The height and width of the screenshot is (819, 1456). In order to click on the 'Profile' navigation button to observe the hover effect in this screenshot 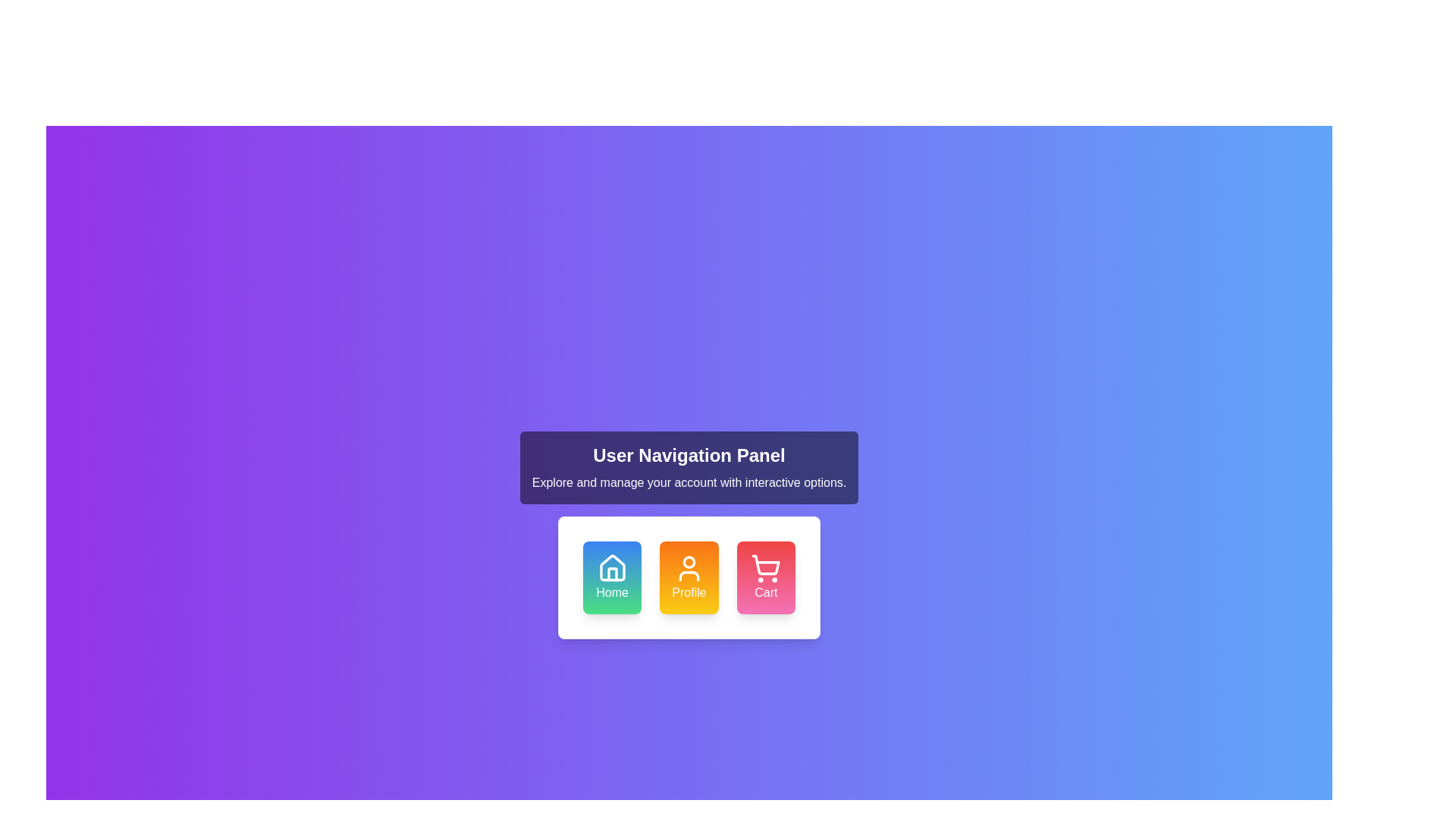, I will do `click(688, 578)`.